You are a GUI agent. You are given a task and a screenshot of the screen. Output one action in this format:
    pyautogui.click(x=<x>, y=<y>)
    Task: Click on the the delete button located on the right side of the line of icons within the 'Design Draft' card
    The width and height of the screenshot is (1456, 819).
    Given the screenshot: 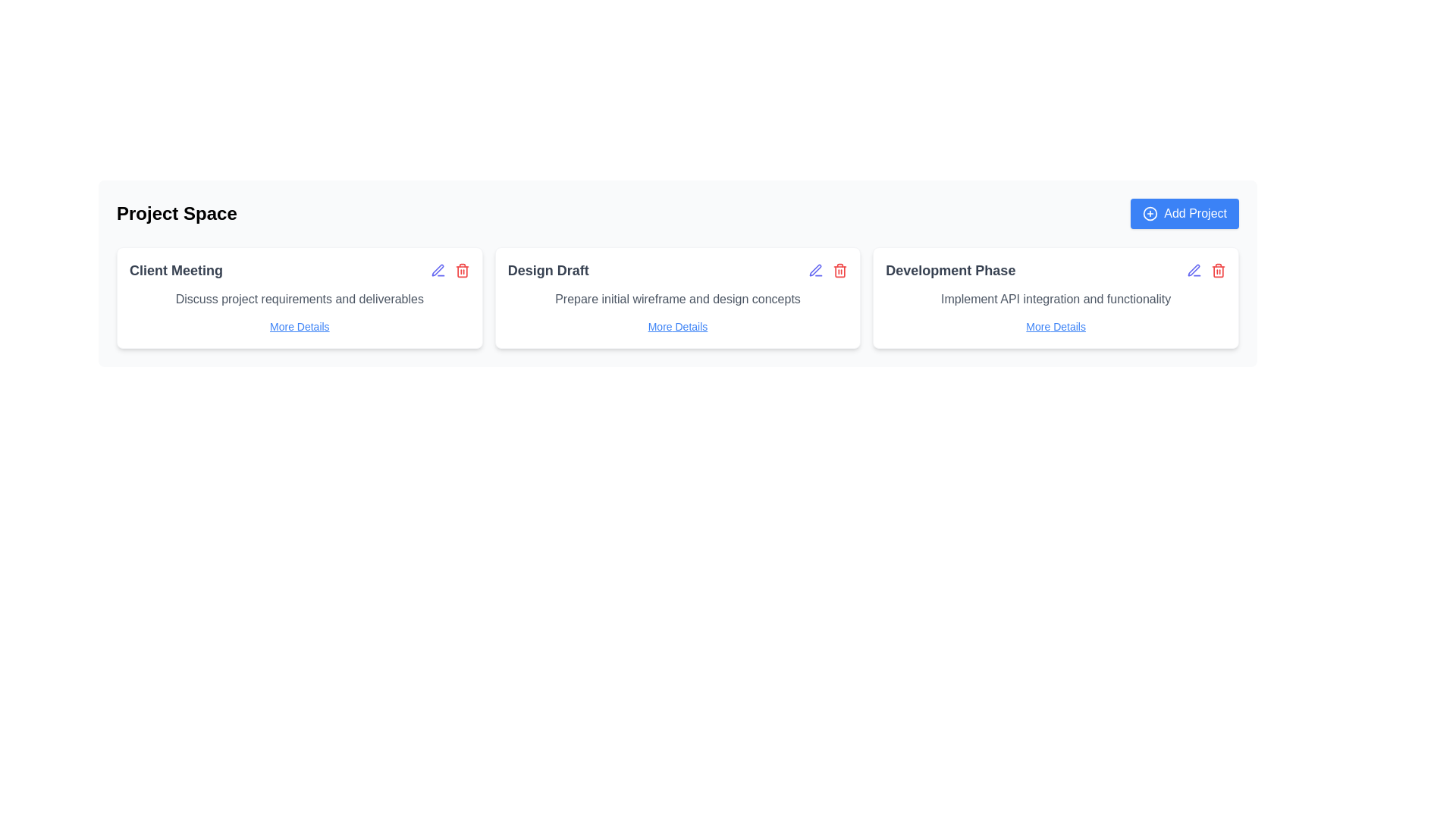 What is the action you would take?
    pyautogui.click(x=839, y=270)
    